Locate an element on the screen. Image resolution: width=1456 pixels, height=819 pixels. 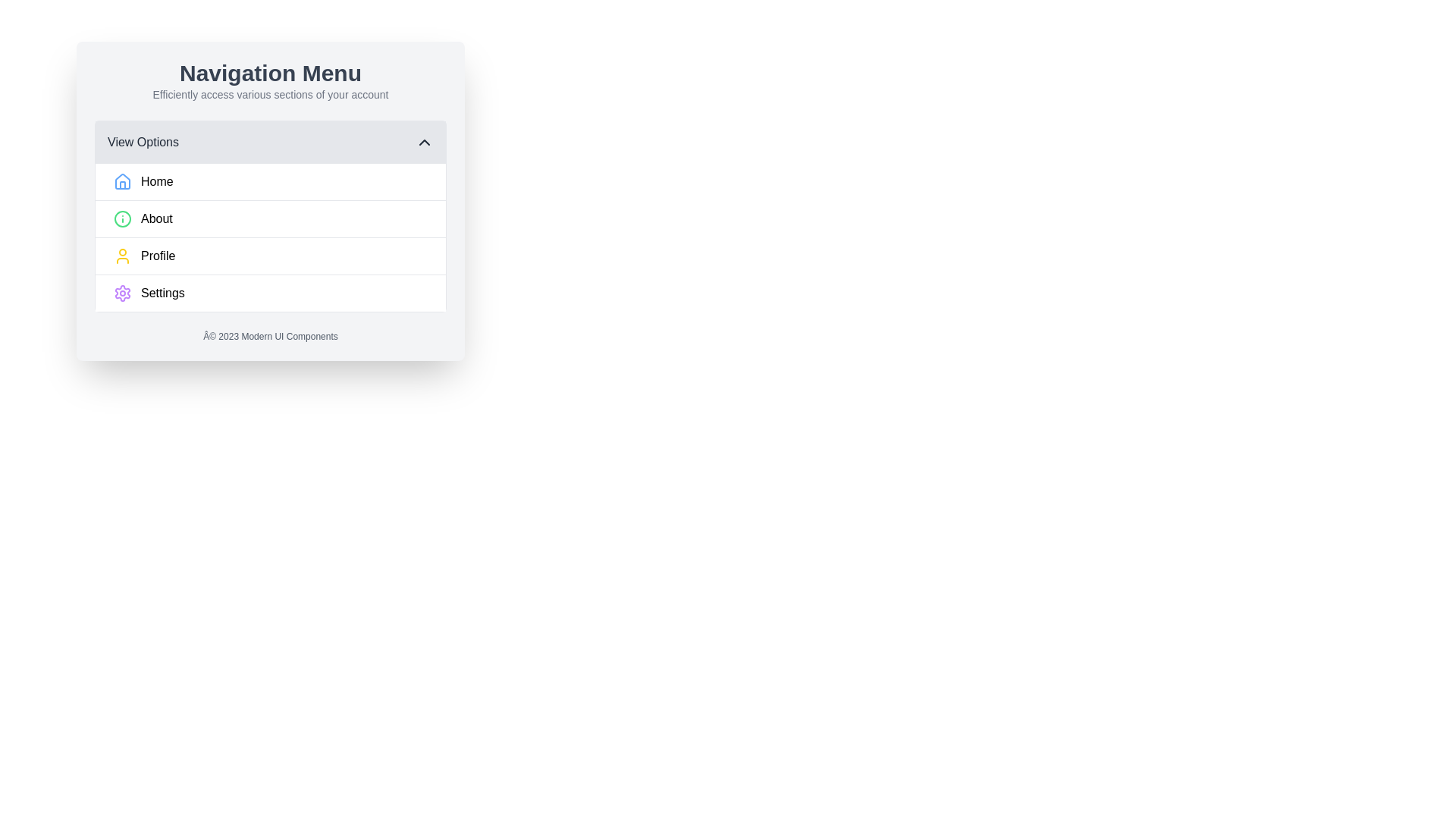
the house icon, which is a blue graphical representation with a triangular roof and rectangular base, located is located at coordinates (123, 180).